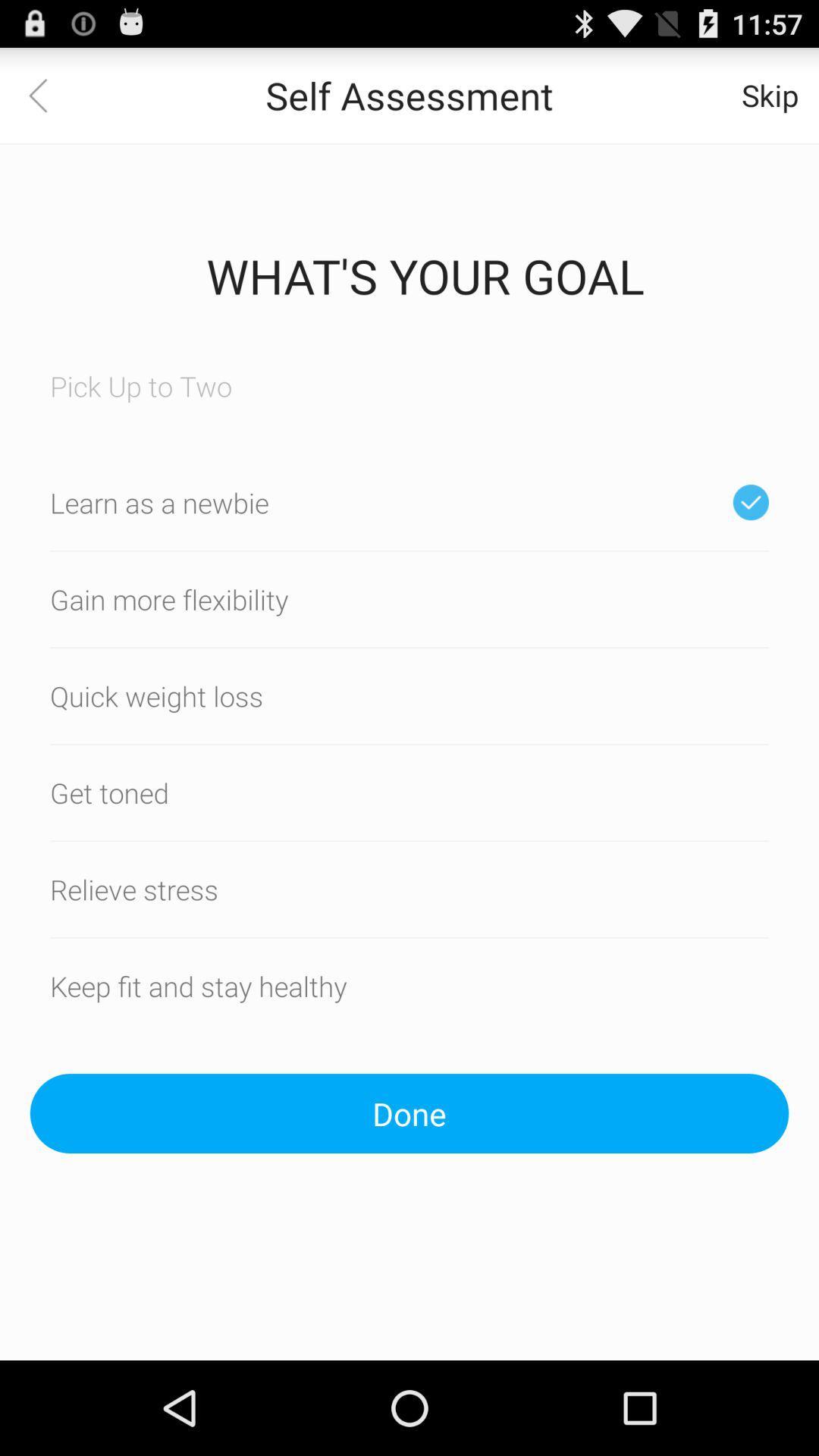  I want to click on app to the left of the self assessment, so click(46, 94).